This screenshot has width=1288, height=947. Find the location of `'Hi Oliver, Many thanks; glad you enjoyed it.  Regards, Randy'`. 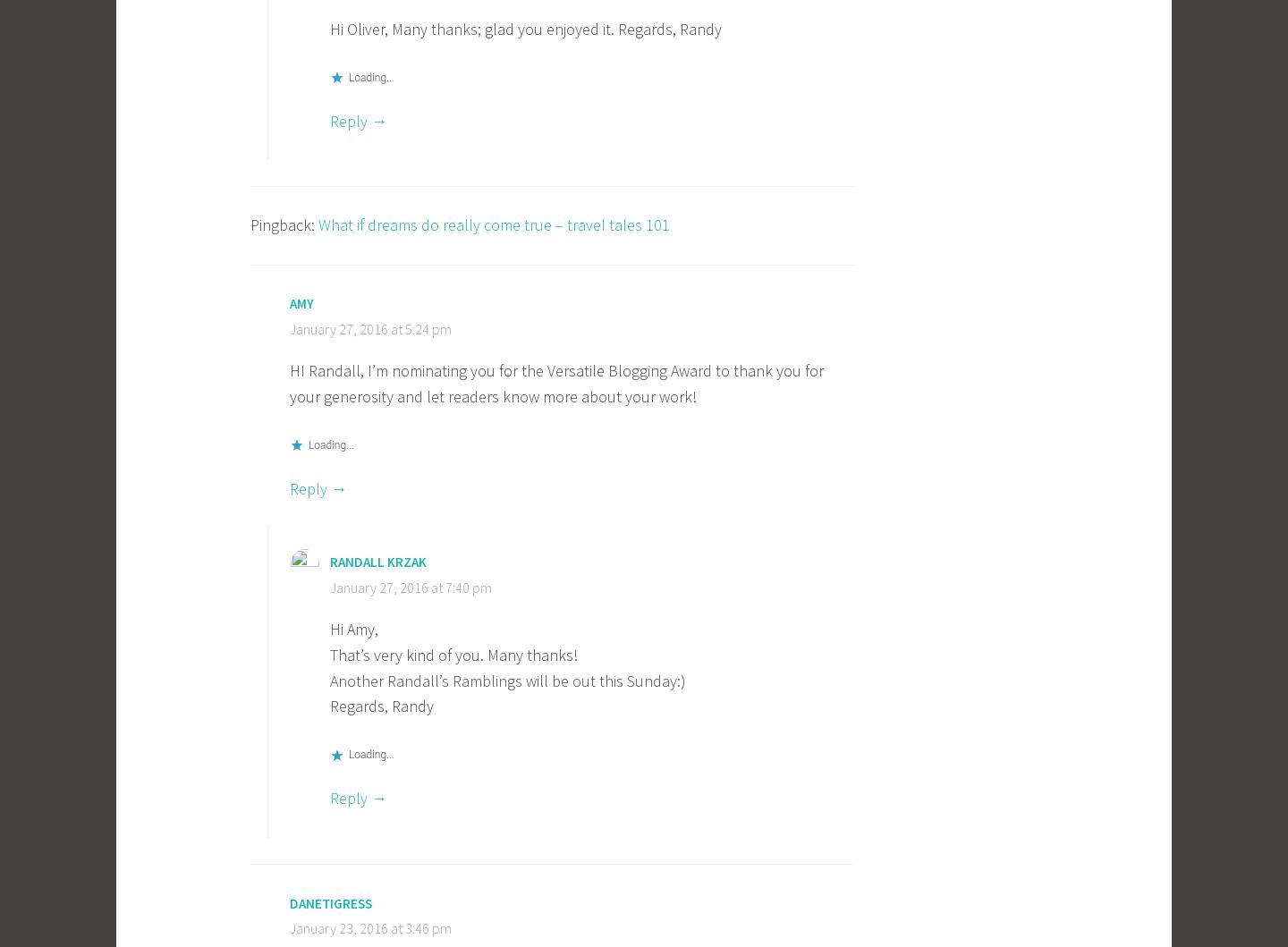

'Hi Oliver, Many thanks; glad you enjoyed it.  Regards, Randy' is located at coordinates (525, 28).